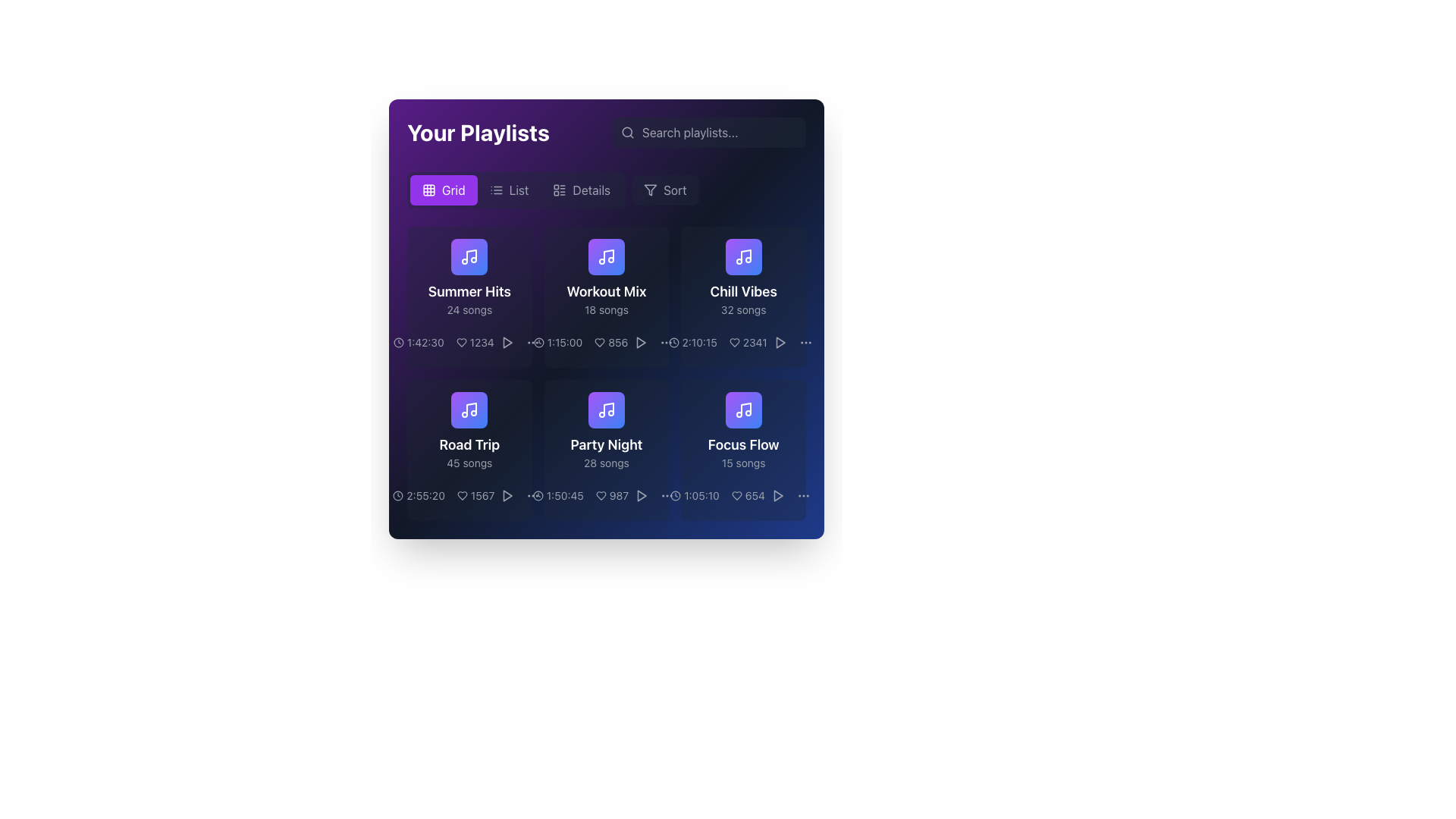 This screenshot has width=1456, height=819. What do you see at coordinates (419, 342) in the screenshot?
I see `the clock icon and text combination displaying '1:42:30', located in the second row under the 'Summer Hits' playlist card` at bounding box center [419, 342].